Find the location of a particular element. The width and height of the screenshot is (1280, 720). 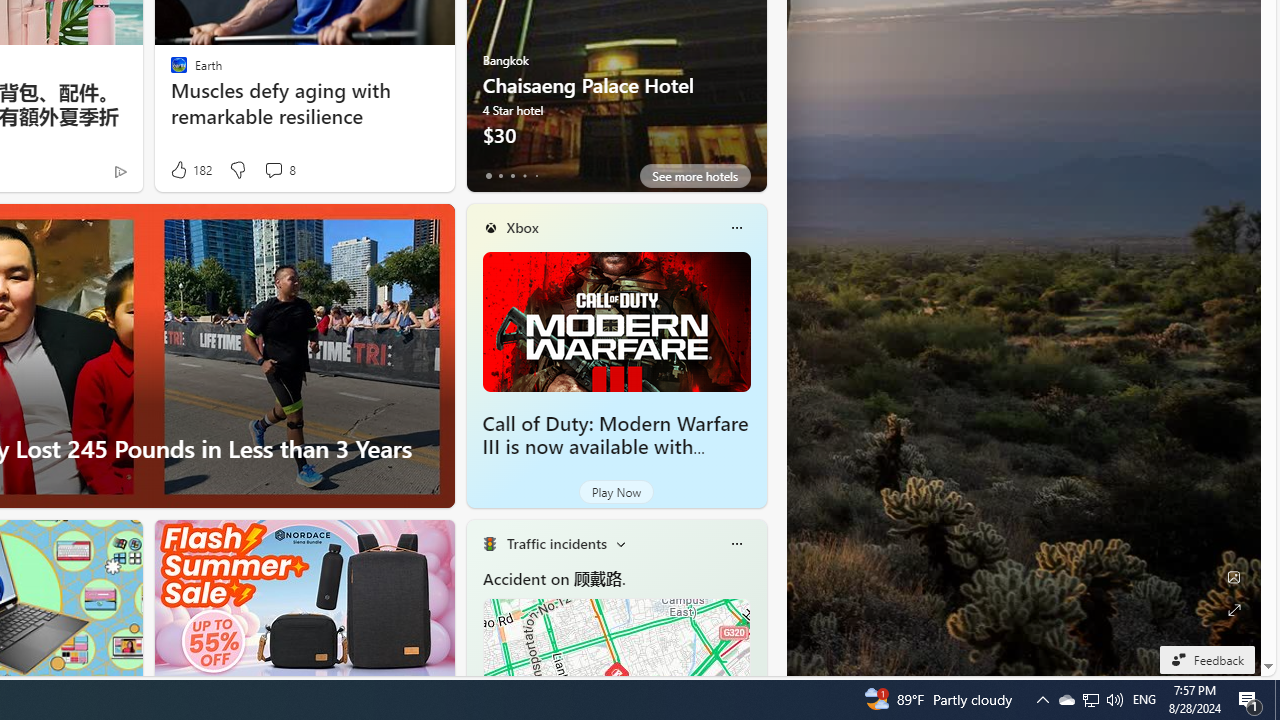

'Expand background' is located at coordinates (1232, 609).